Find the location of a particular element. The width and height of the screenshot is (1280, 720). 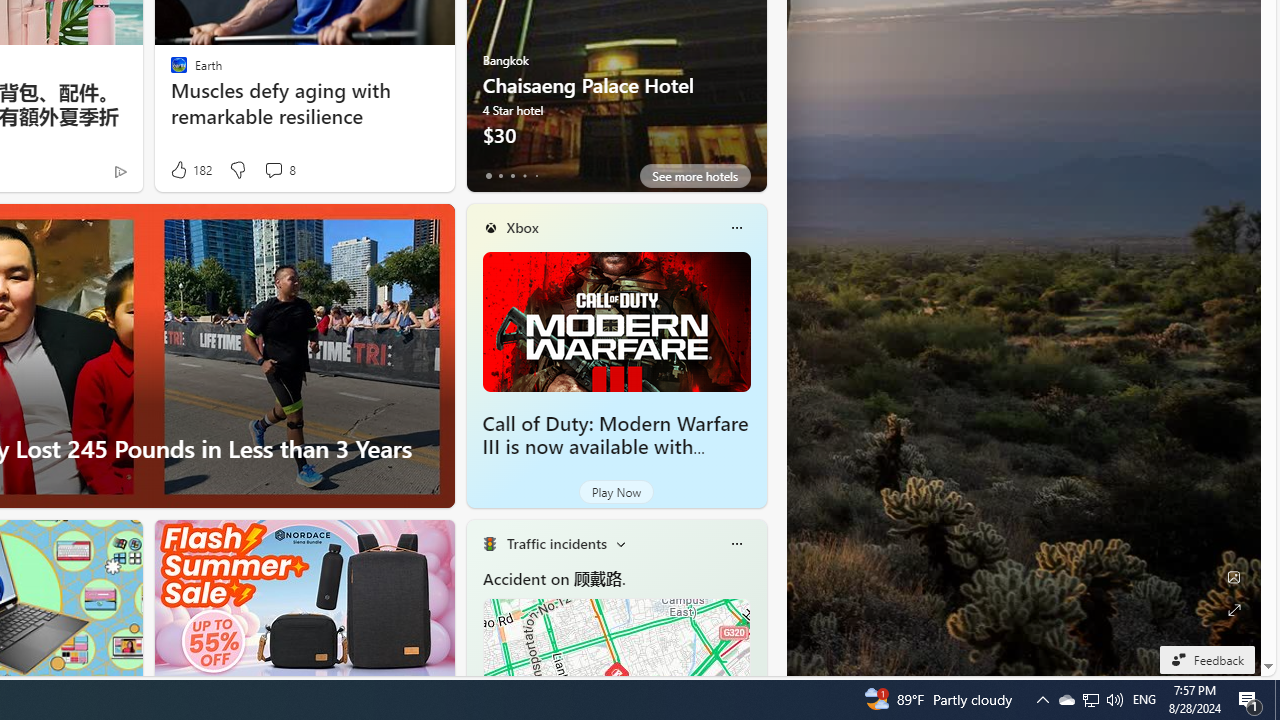

'Expand background' is located at coordinates (1232, 609).